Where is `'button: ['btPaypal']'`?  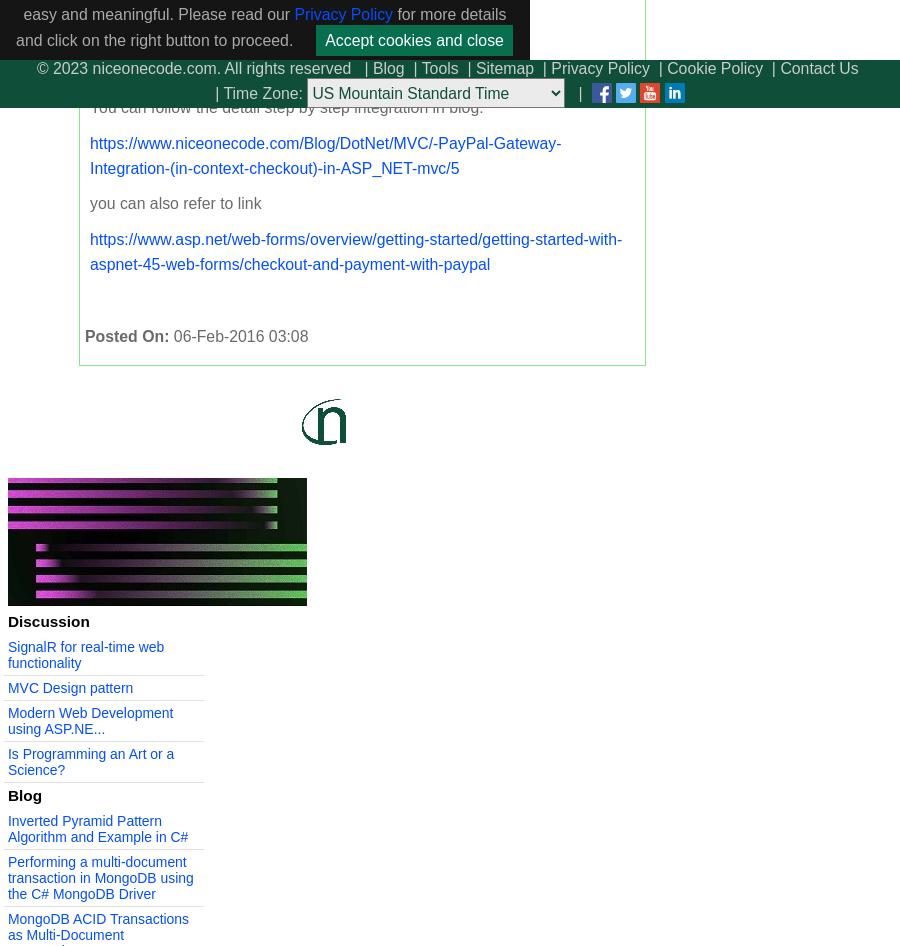 'button: ['btPaypal']' is located at coordinates (177, 38).